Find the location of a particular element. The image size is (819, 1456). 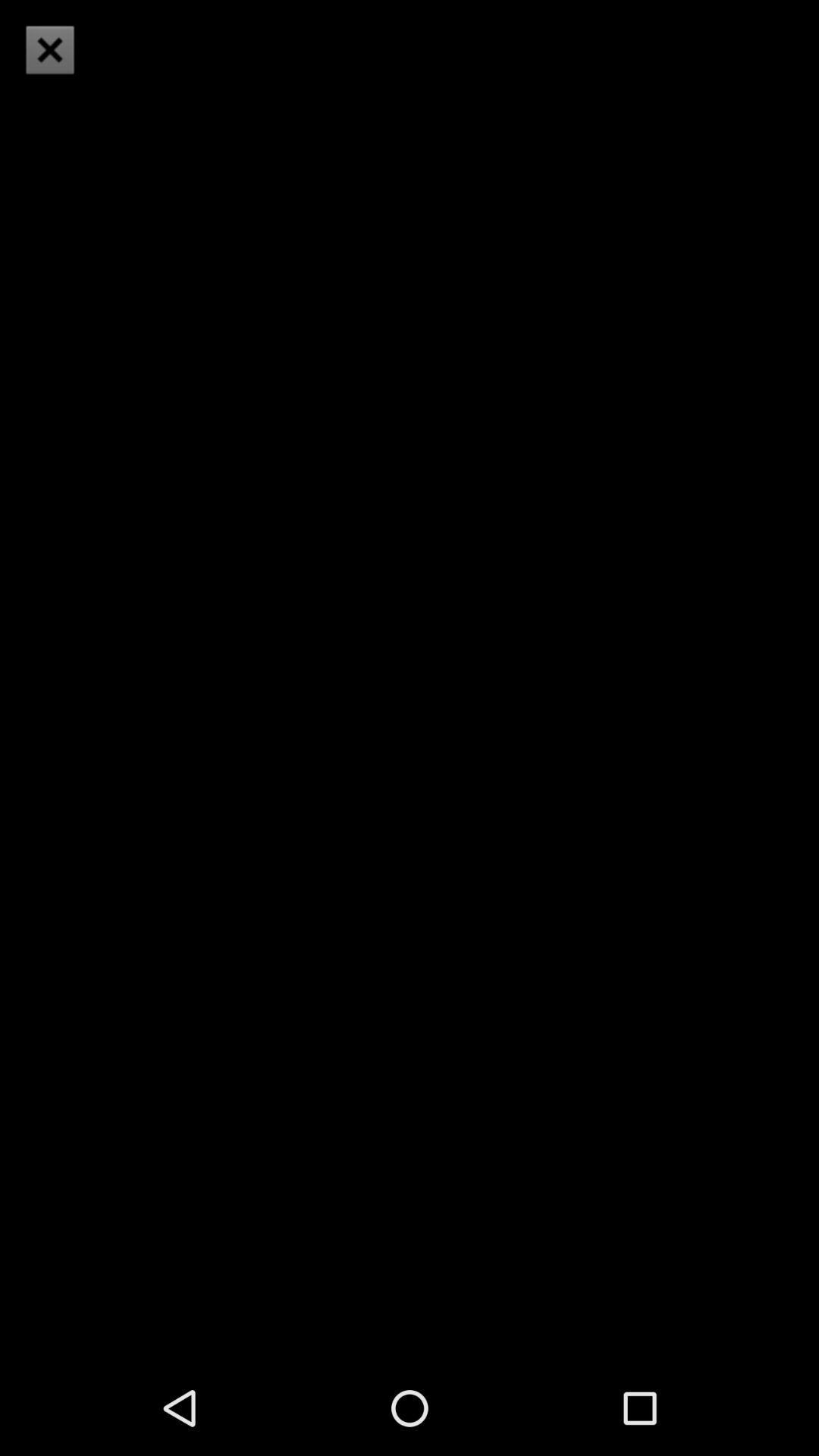

the close icon is located at coordinates (49, 53).